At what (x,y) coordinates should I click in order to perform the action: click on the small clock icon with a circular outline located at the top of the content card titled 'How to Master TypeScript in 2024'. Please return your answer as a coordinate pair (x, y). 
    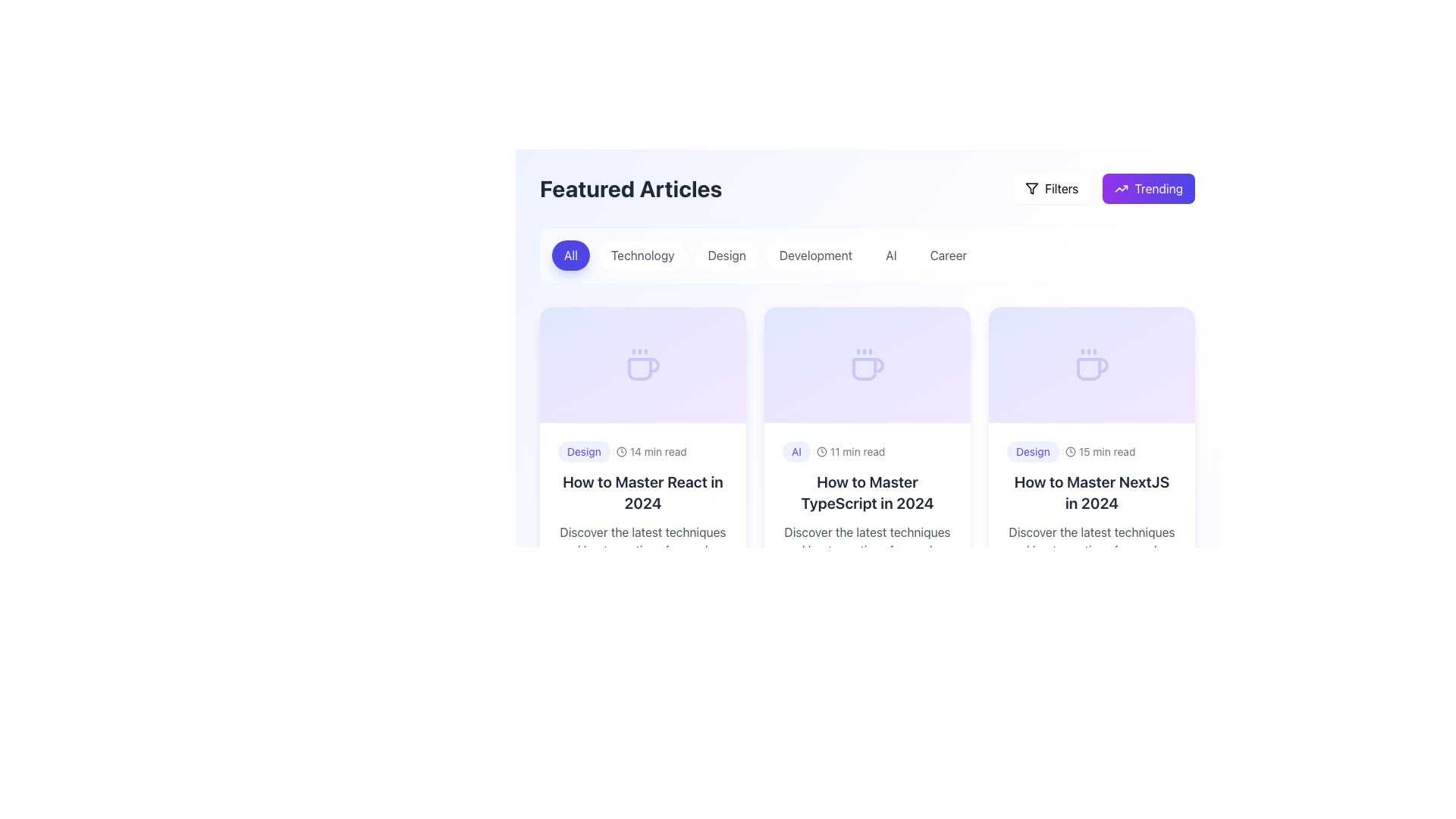
    Looking at the image, I should click on (821, 451).